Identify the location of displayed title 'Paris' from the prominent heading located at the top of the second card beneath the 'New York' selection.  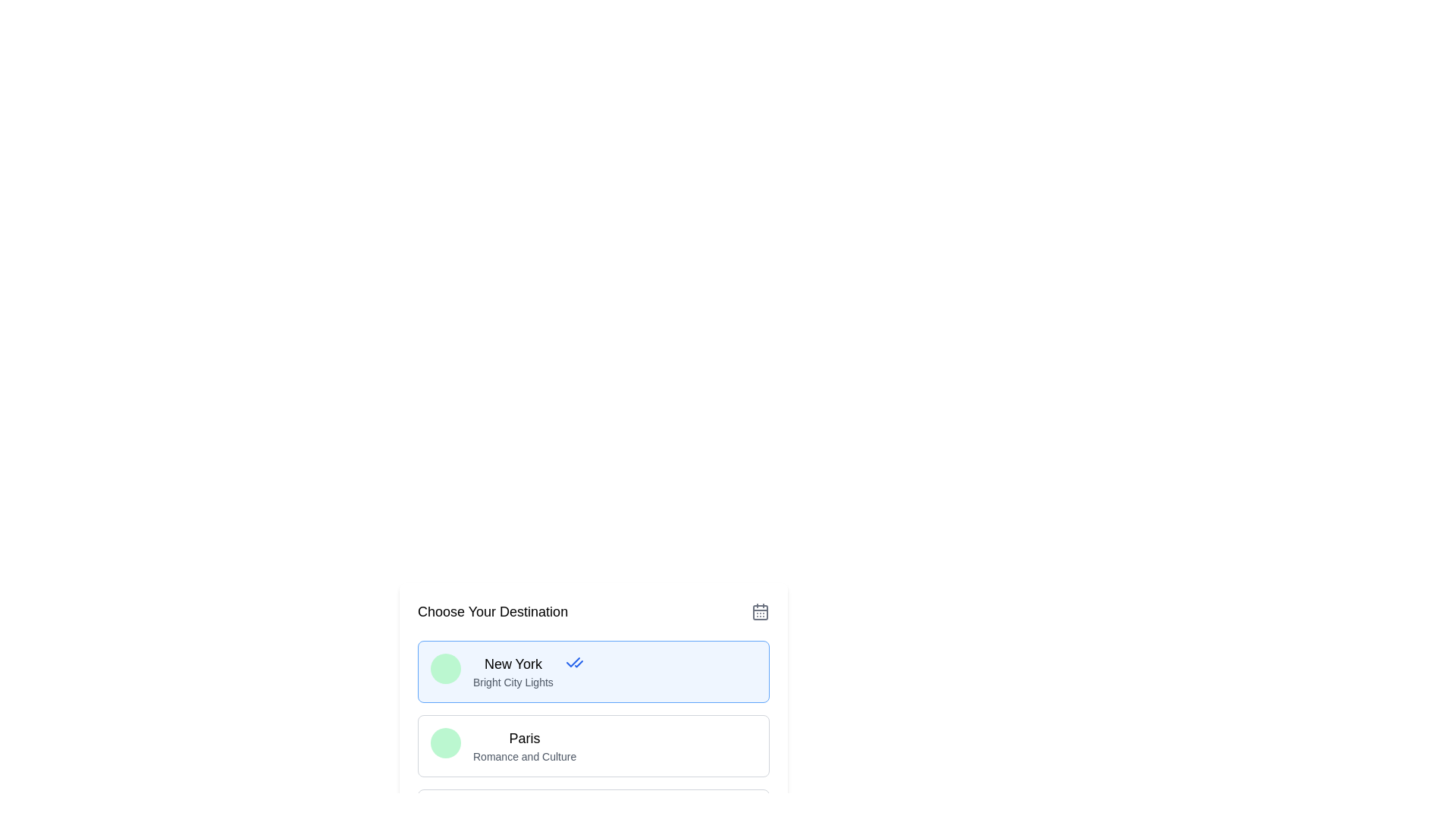
(525, 738).